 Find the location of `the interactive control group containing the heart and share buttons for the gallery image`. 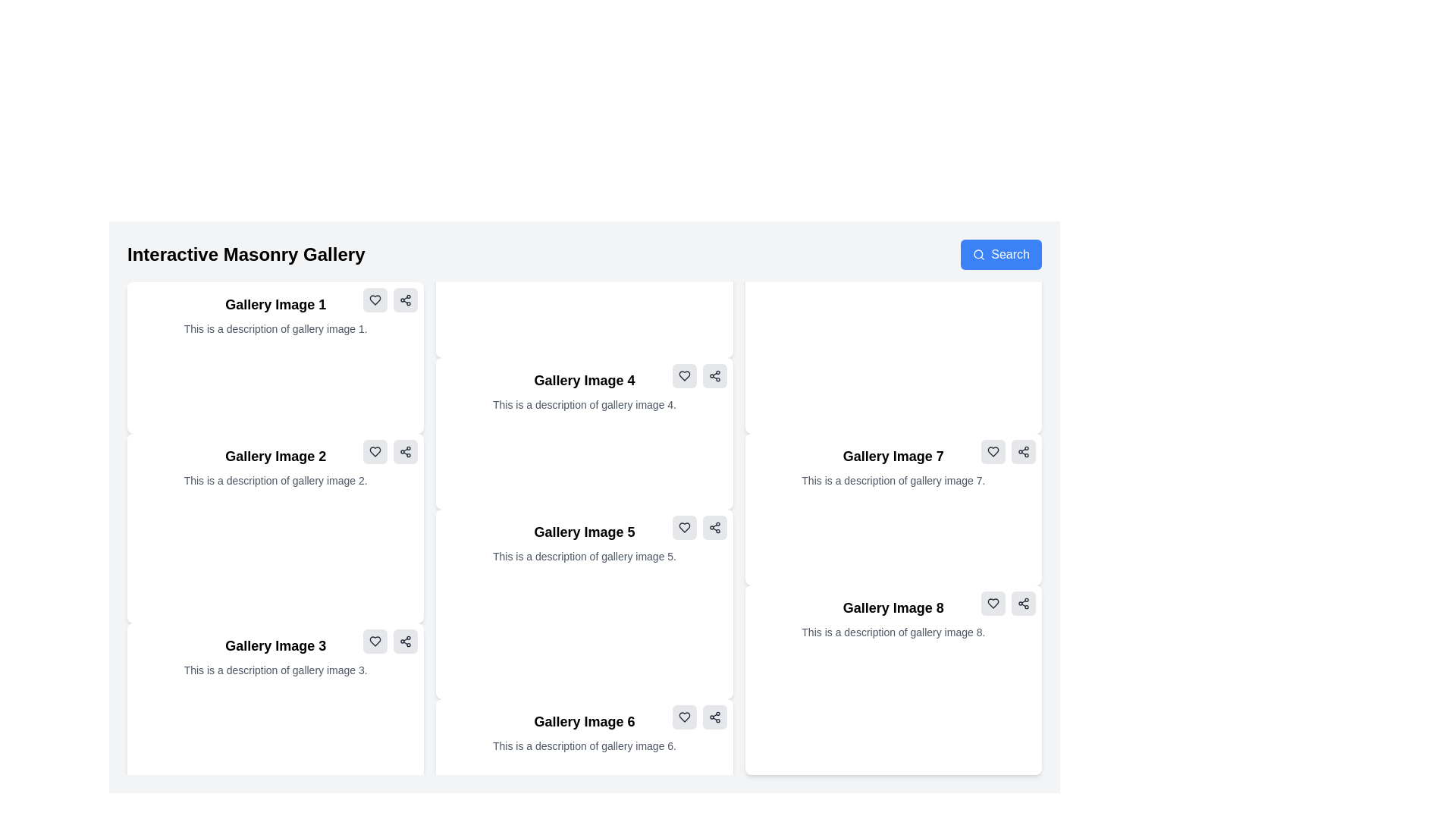

the interactive control group containing the heart and share buttons for the gallery image is located at coordinates (698, 526).